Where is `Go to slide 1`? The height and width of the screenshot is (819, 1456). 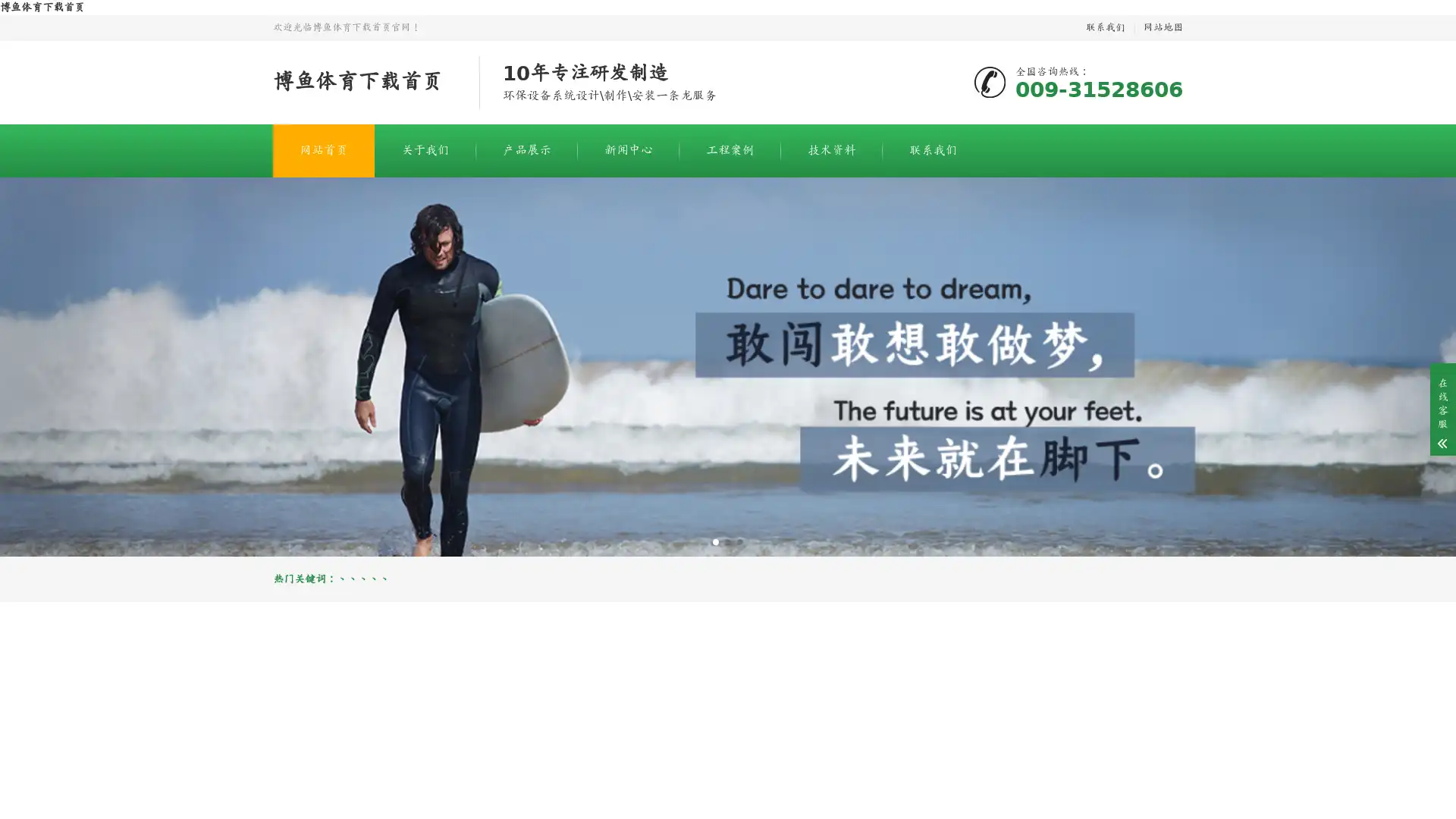
Go to slide 1 is located at coordinates (715, 541).